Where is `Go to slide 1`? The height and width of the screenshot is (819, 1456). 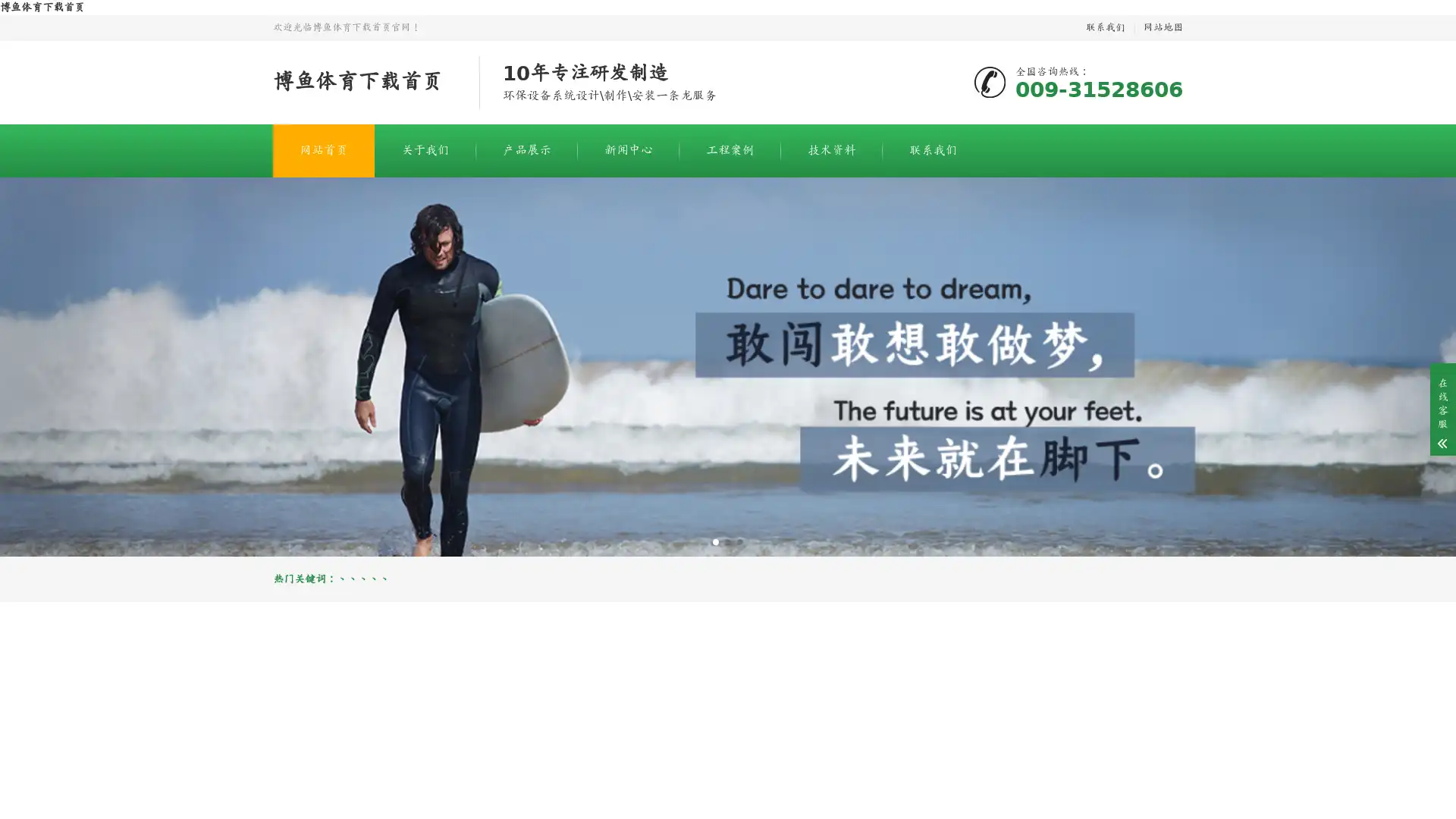
Go to slide 1 is located at coordinates (715, 541).